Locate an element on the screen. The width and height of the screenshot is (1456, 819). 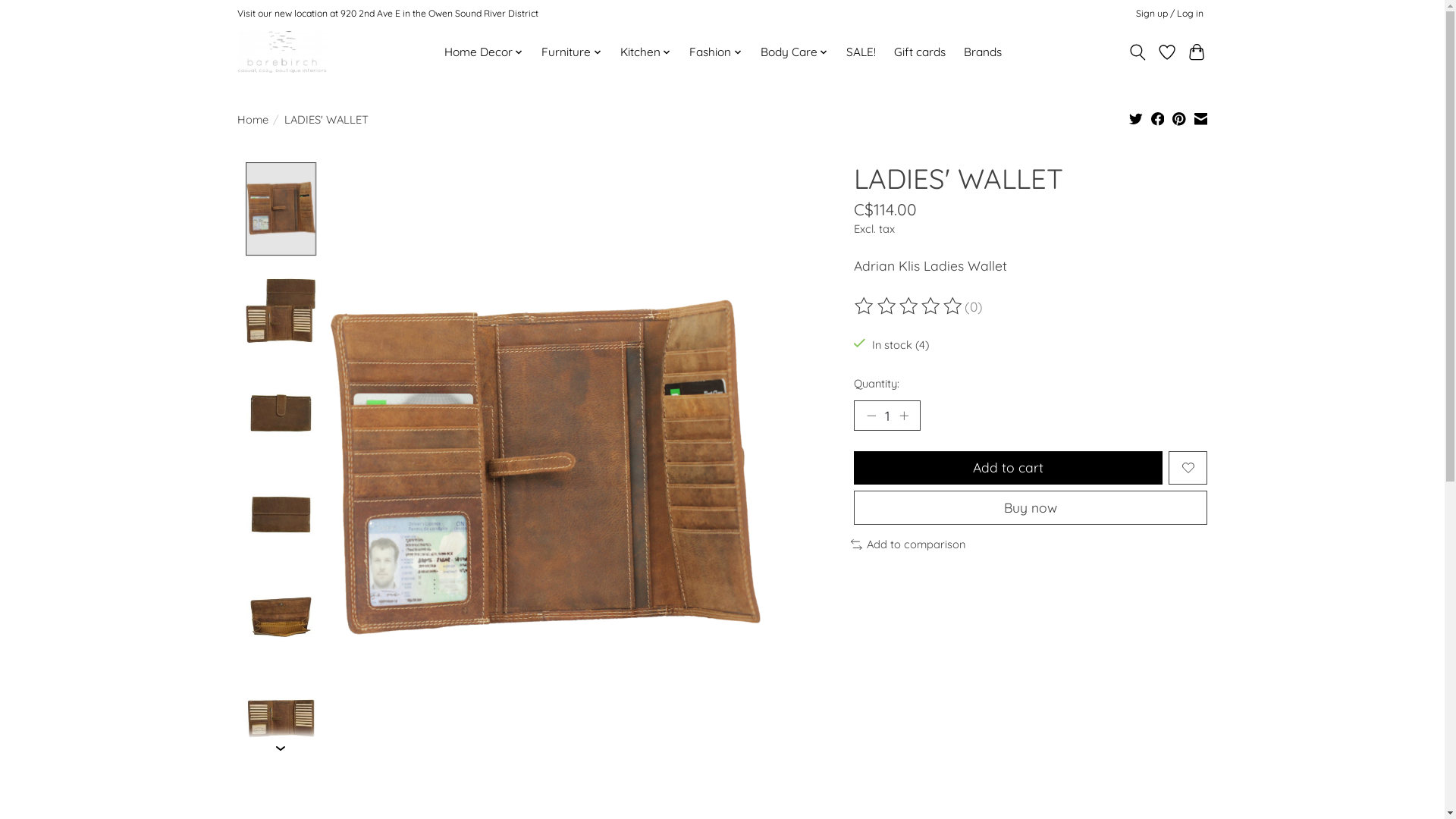
'Home Decor' is located at coordinates (483, 51).